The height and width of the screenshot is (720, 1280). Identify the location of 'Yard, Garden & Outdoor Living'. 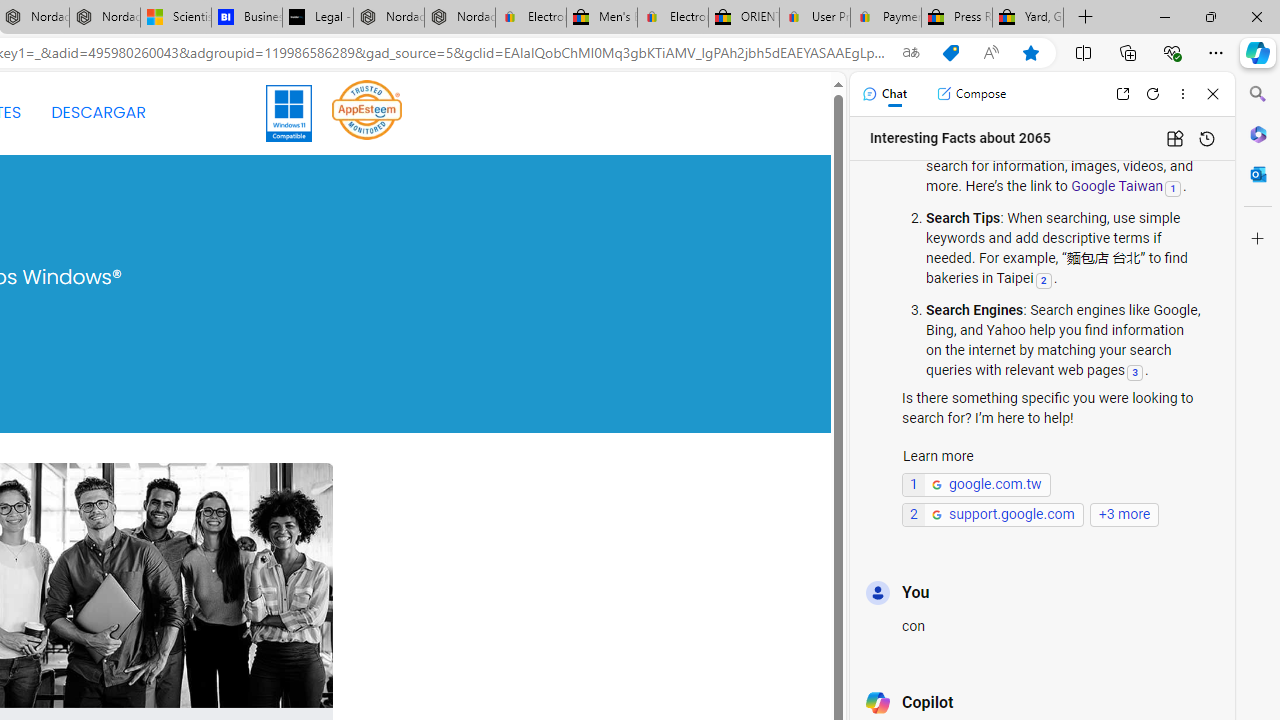
(1028, 17).